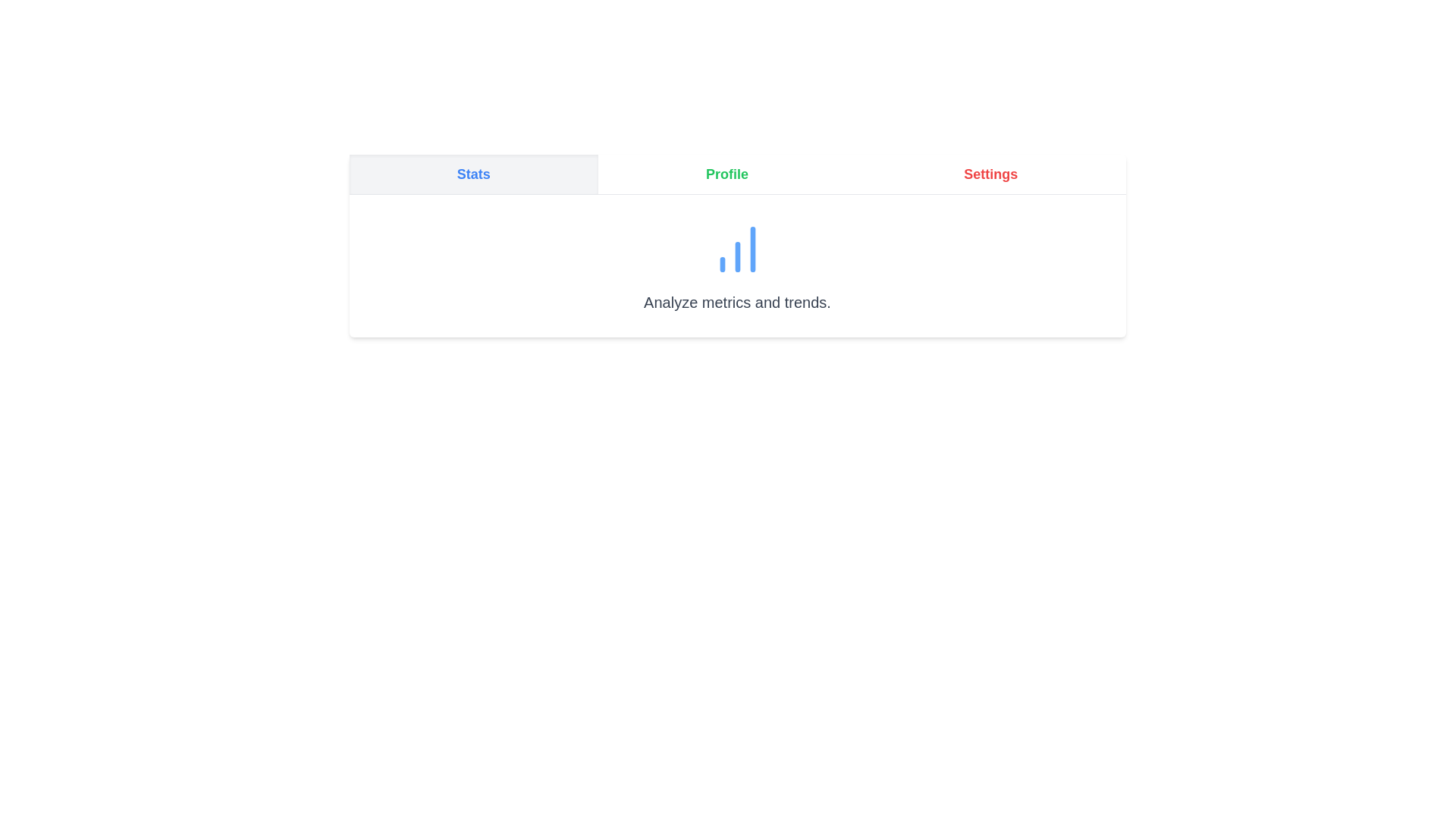  Describe the element at coordinates (737, 174) in the screenshot. I see `the 'Profile' tab in the navigation bar` at that location.